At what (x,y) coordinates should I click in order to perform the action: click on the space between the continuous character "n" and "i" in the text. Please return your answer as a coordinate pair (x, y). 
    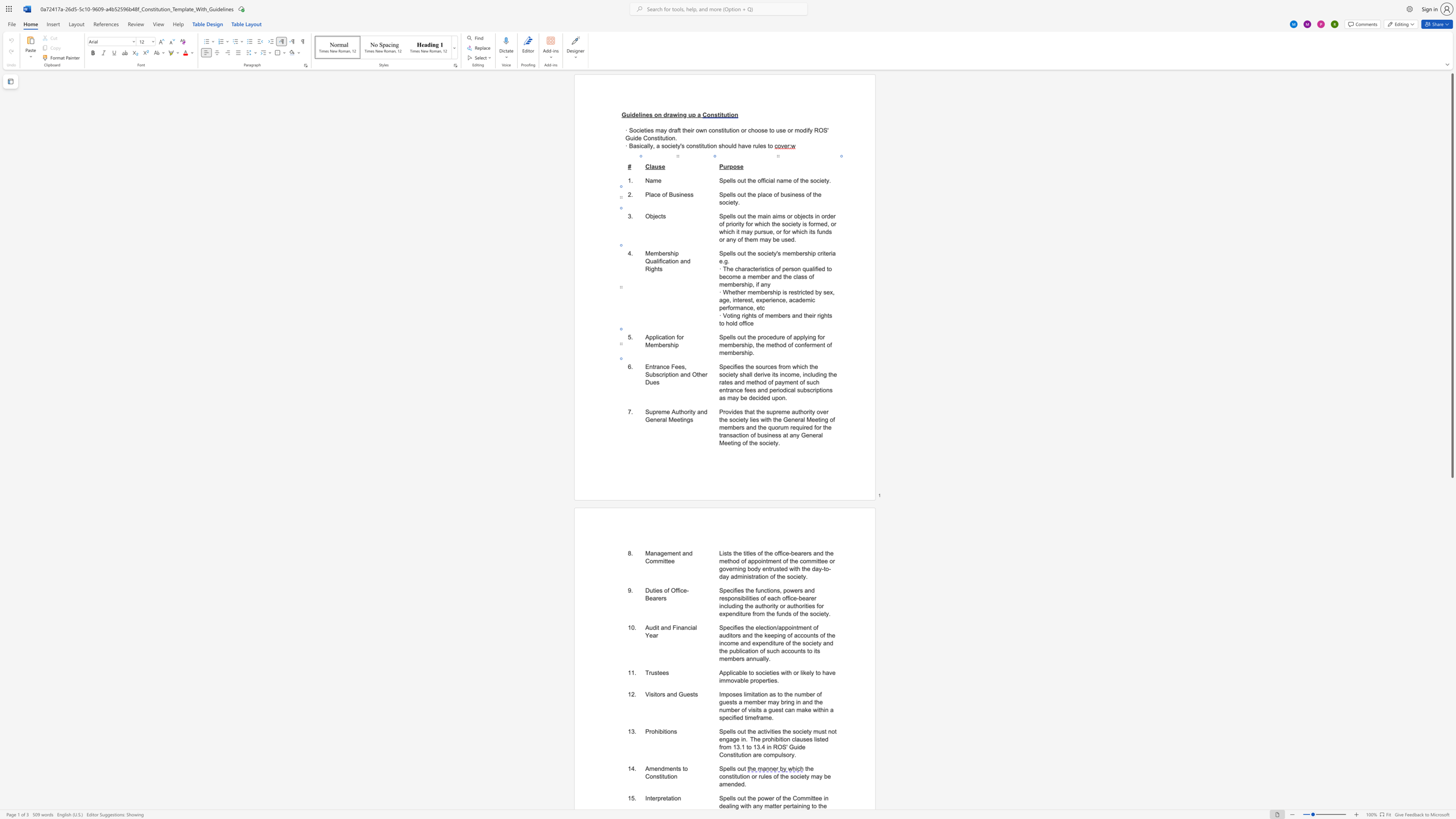
    Looking at the image, I should click on (801, 806).